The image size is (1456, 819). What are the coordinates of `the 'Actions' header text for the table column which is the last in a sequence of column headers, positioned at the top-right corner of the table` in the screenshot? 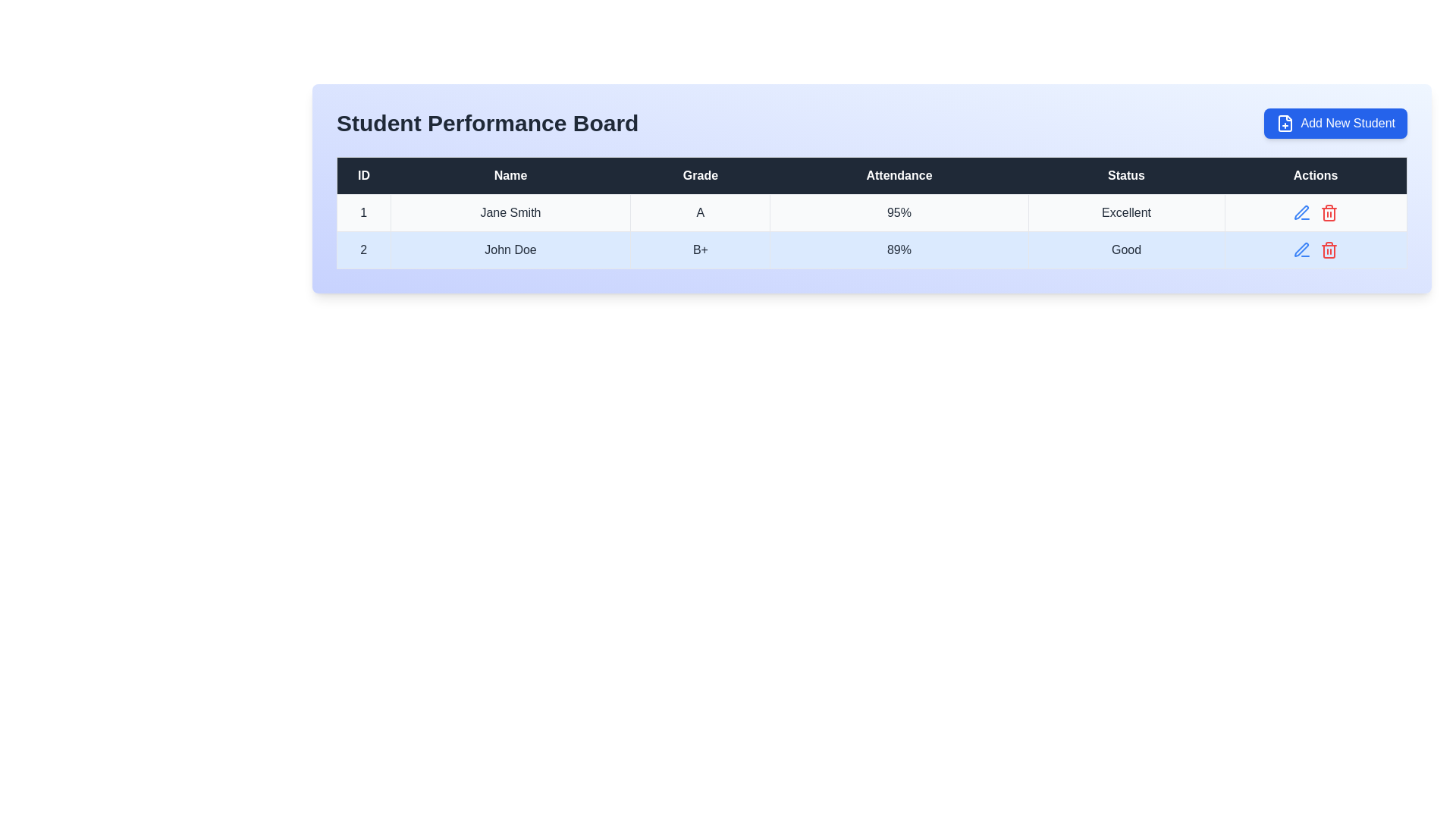 It's located at (1315, 174).